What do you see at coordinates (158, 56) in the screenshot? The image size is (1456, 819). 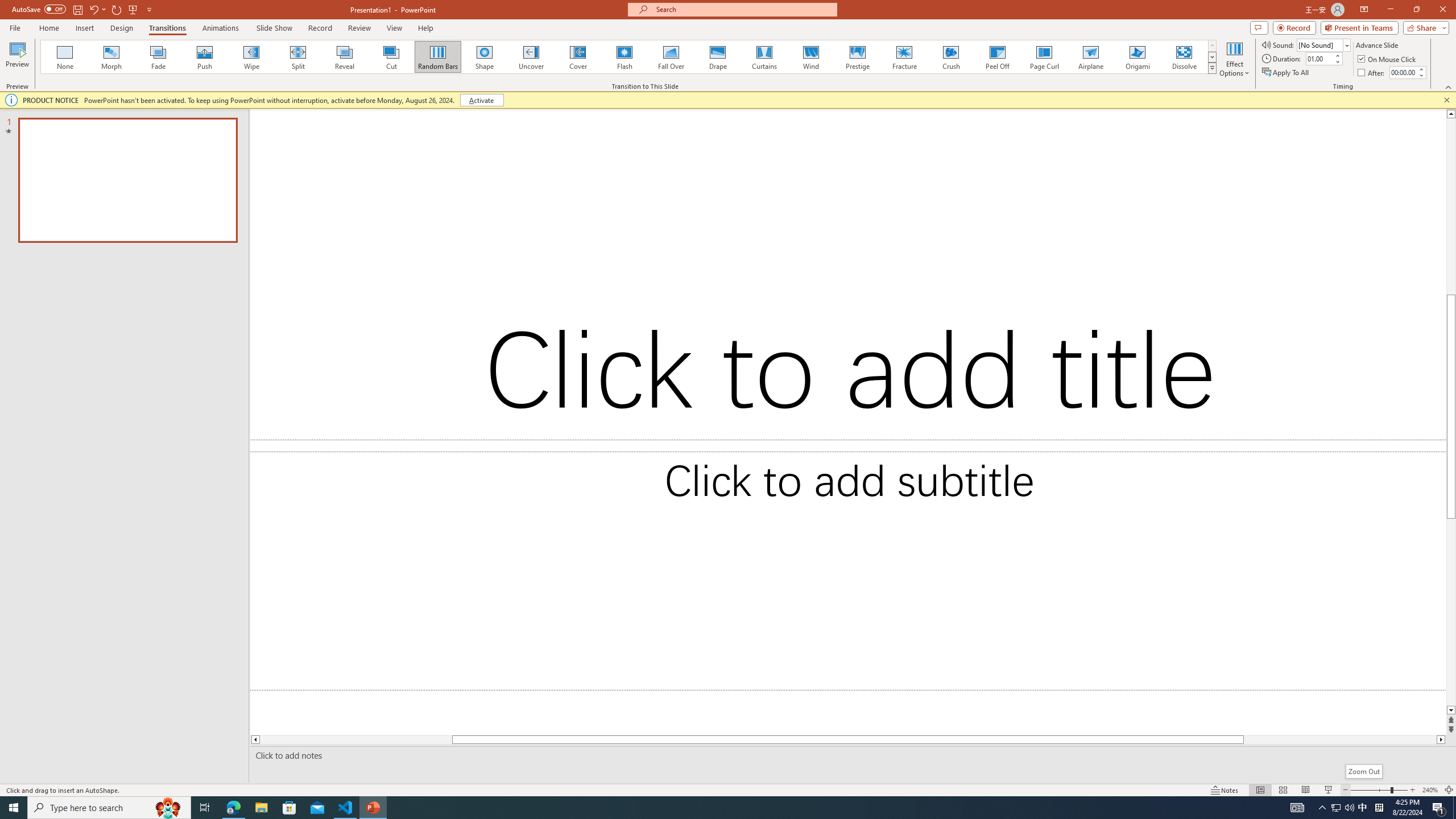 I see `'Fade'` at bounding box center [158, 56].